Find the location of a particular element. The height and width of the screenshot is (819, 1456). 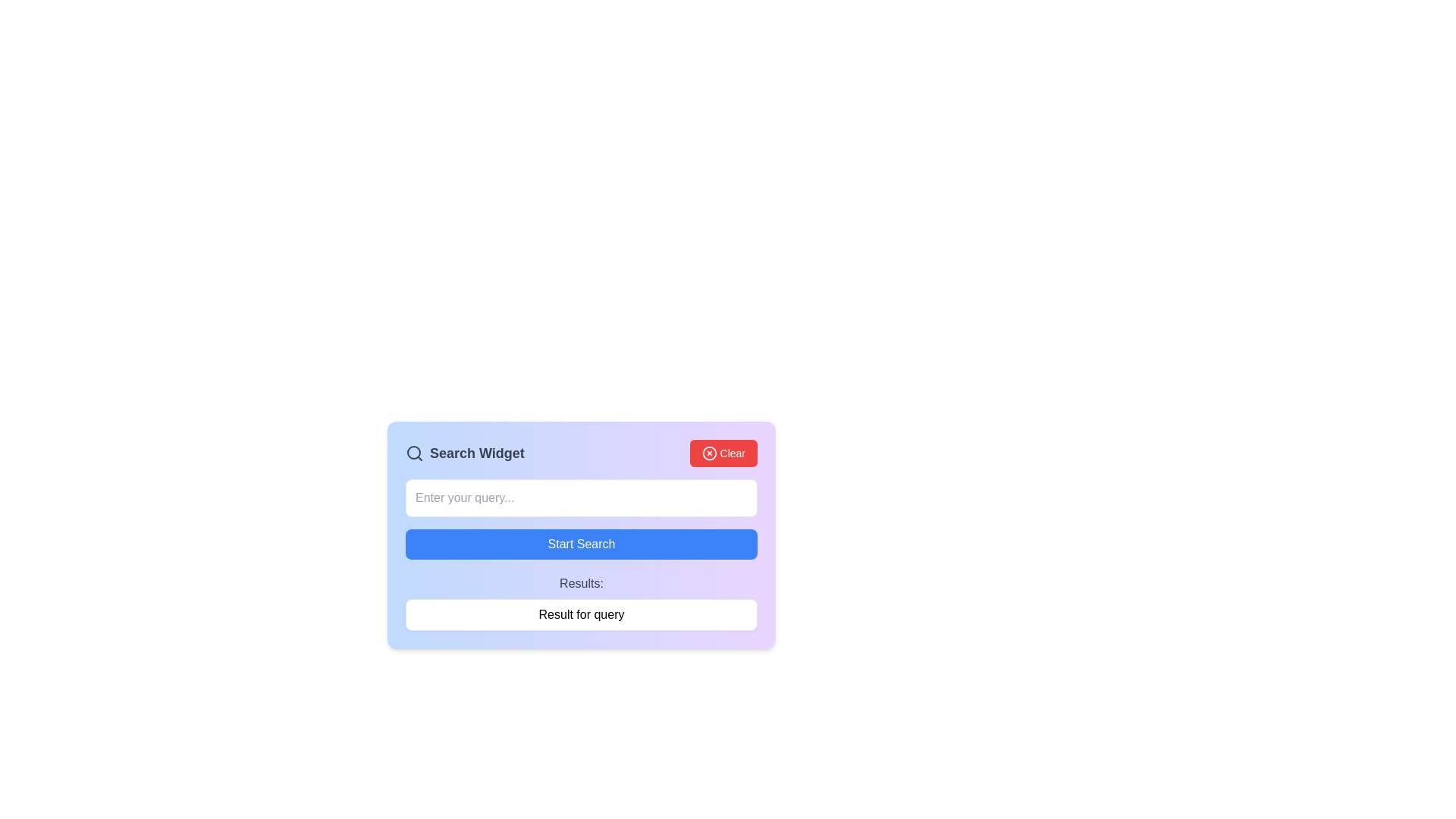

the search button located below the 'Enter your query...' text input field to initiate a search operation is located at coordinates (581, 543).